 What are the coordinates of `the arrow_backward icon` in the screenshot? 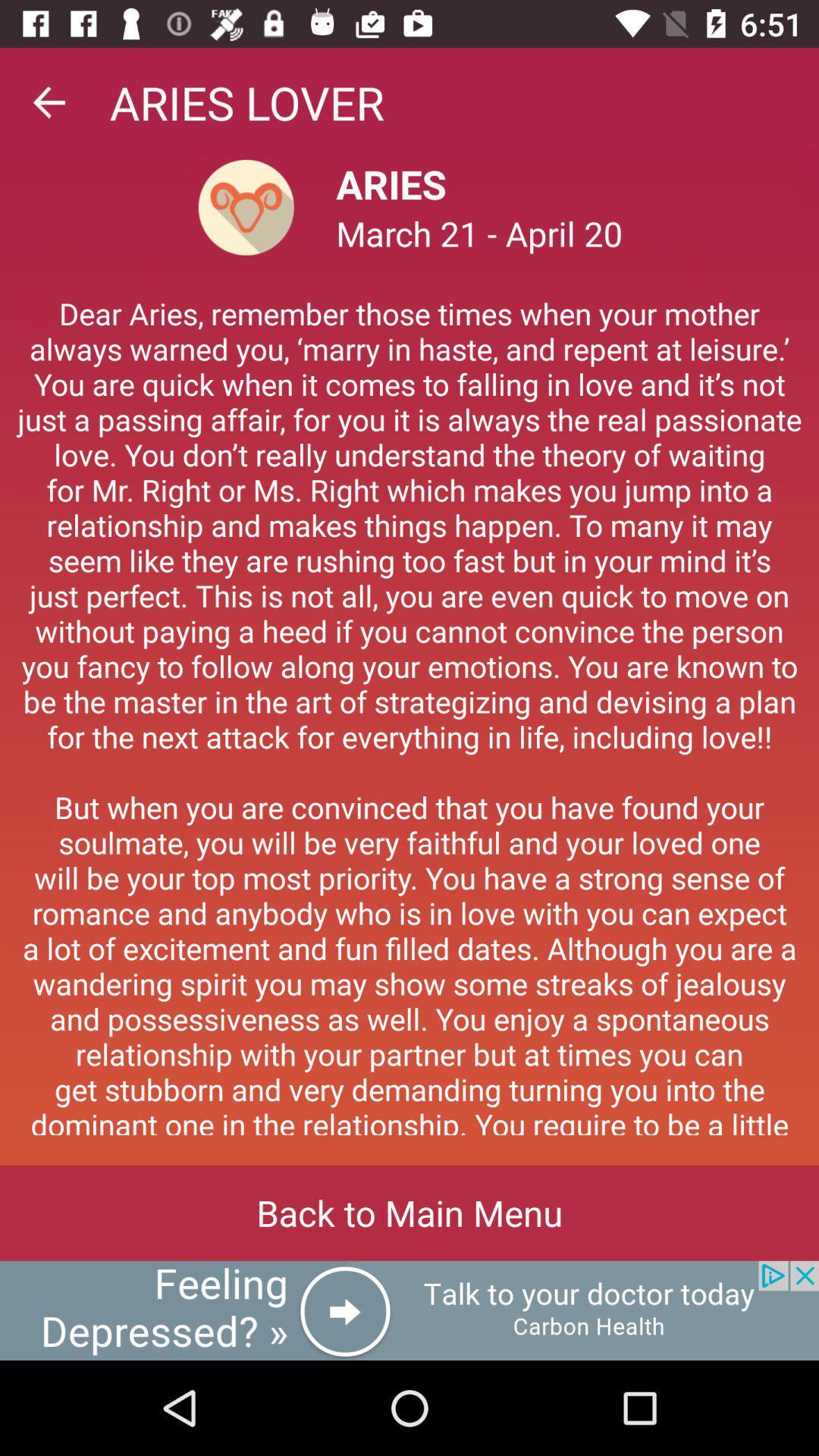 It's located at (48, 102).